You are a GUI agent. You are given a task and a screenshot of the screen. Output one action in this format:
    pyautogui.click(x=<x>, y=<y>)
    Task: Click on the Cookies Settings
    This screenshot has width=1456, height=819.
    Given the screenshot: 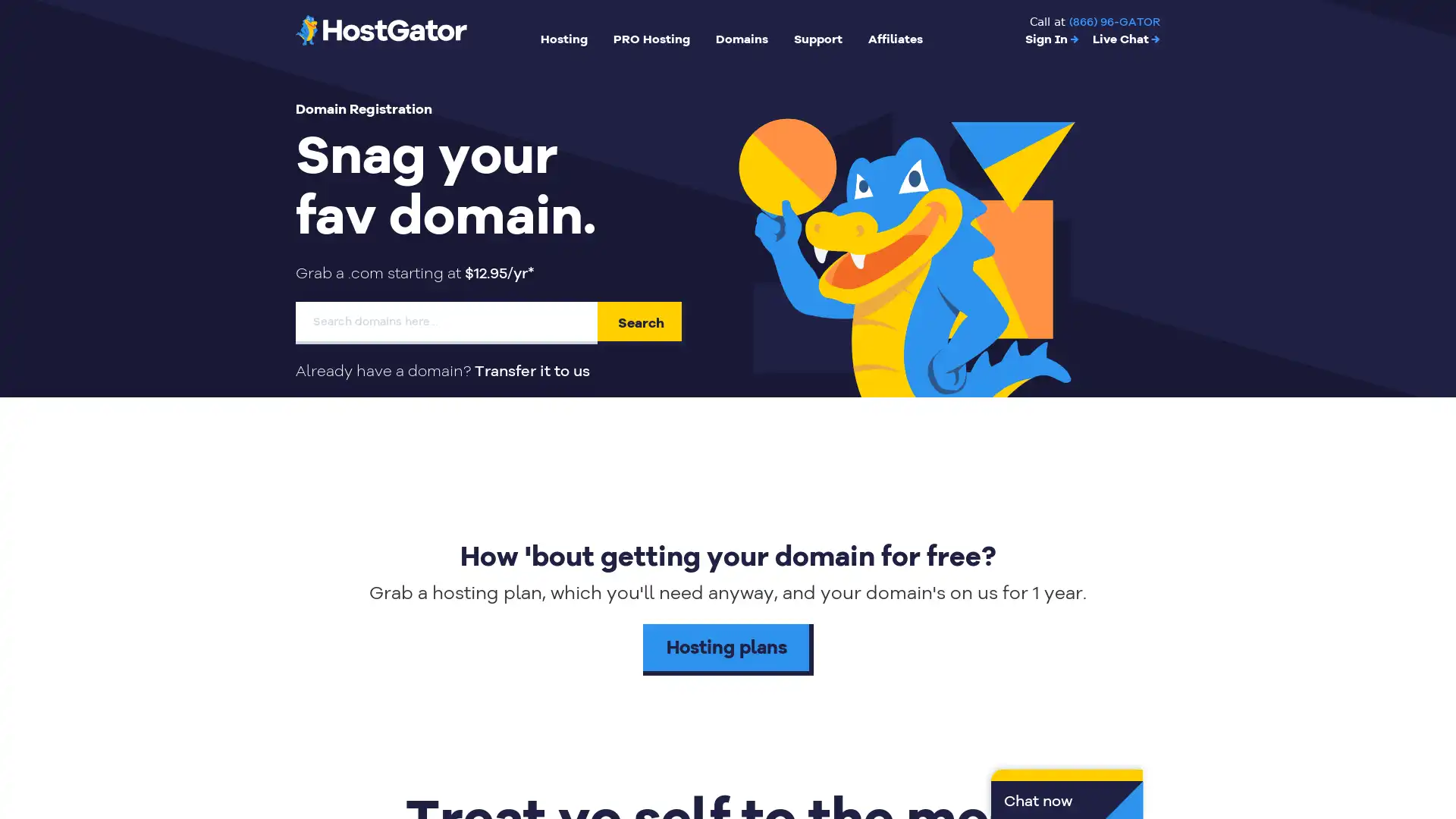 What is the action you would take?
    pyautogui.click(x=154, y=760)
    